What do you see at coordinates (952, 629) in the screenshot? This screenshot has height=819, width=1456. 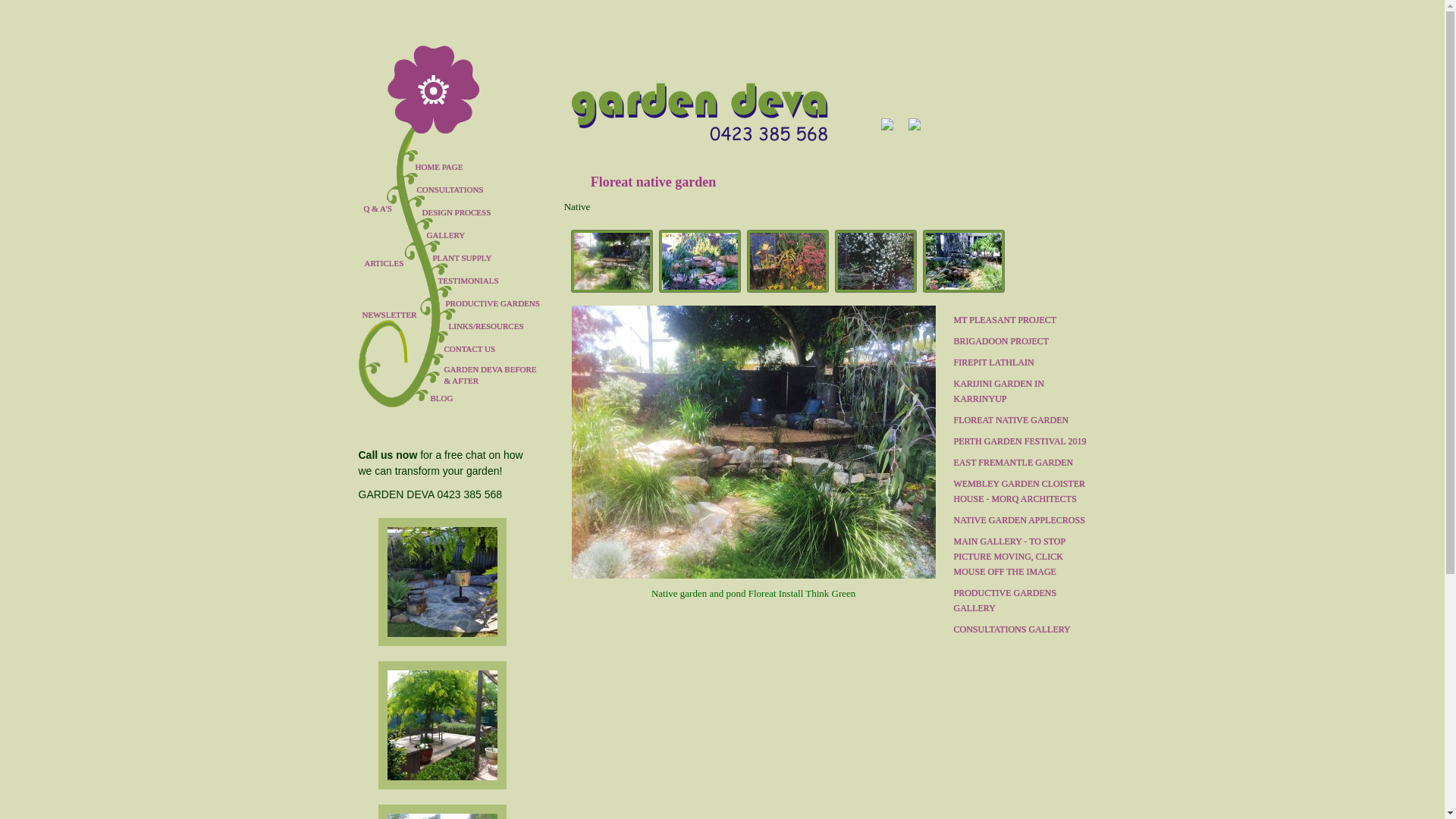 I see `'CONSULTATIONS GALLERY'` at bounding box center [952, 629].